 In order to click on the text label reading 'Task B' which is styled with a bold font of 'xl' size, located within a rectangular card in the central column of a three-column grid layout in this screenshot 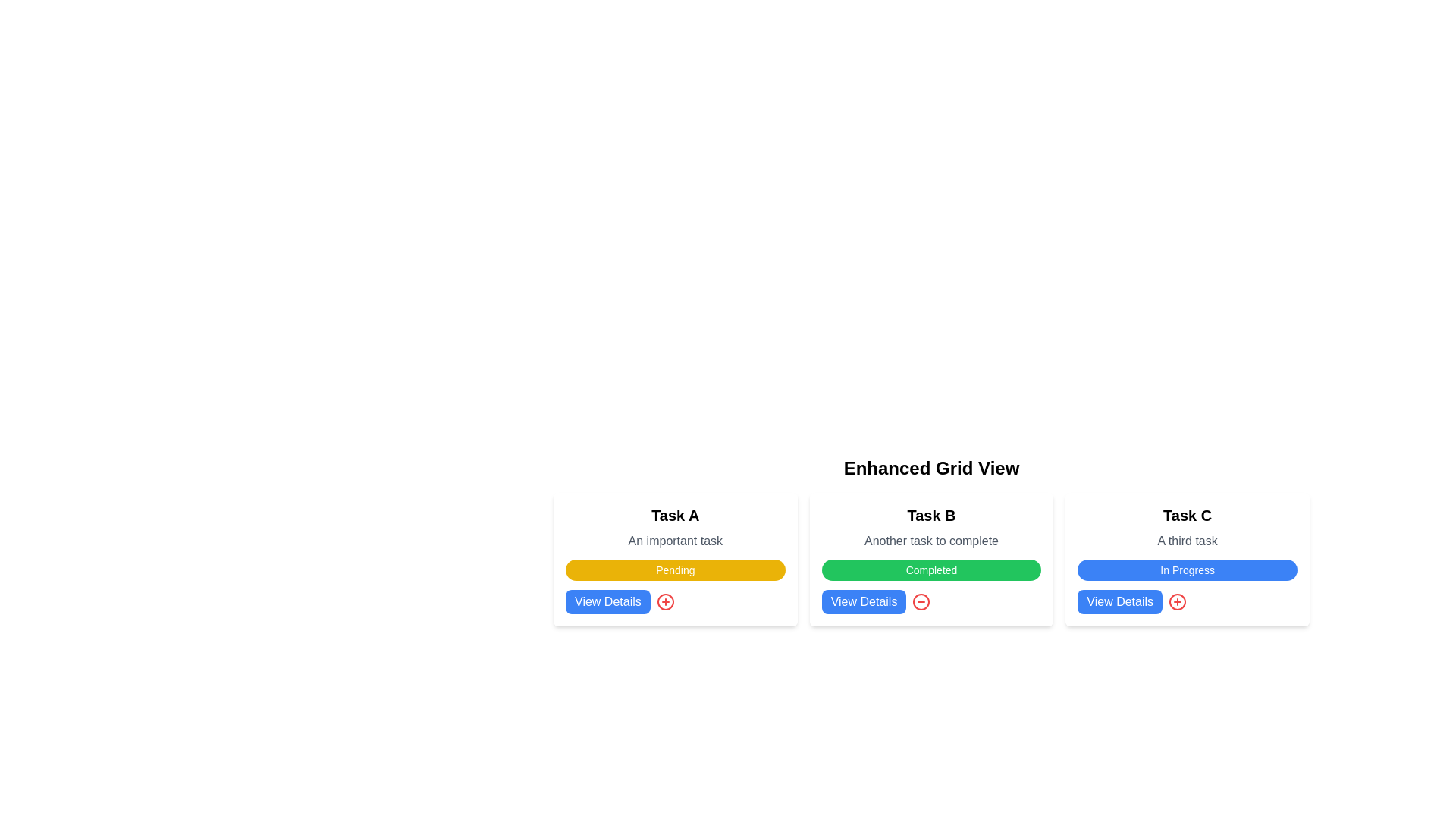, I will do `click(930, 514)`.